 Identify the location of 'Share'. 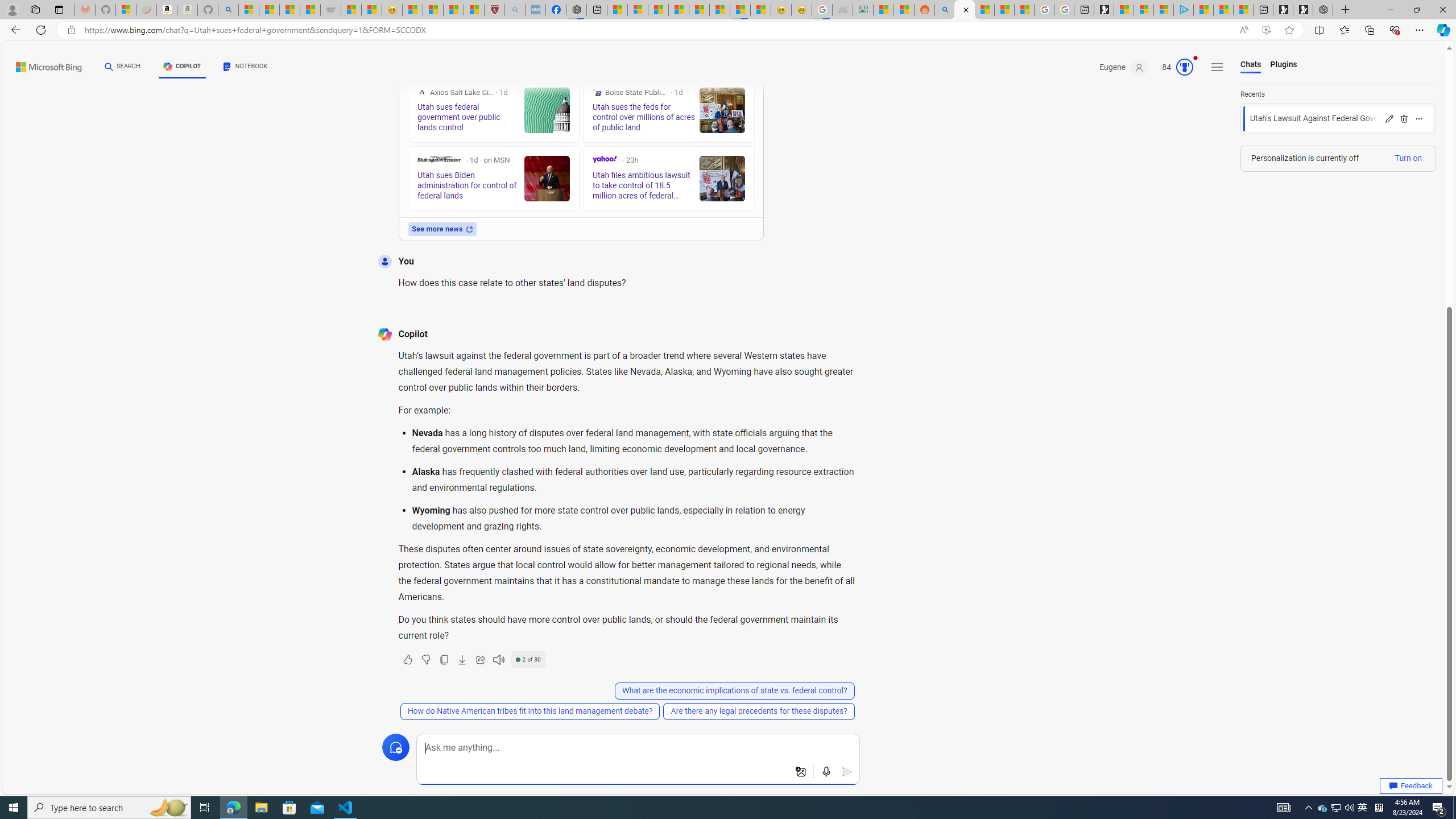
(479, 659).